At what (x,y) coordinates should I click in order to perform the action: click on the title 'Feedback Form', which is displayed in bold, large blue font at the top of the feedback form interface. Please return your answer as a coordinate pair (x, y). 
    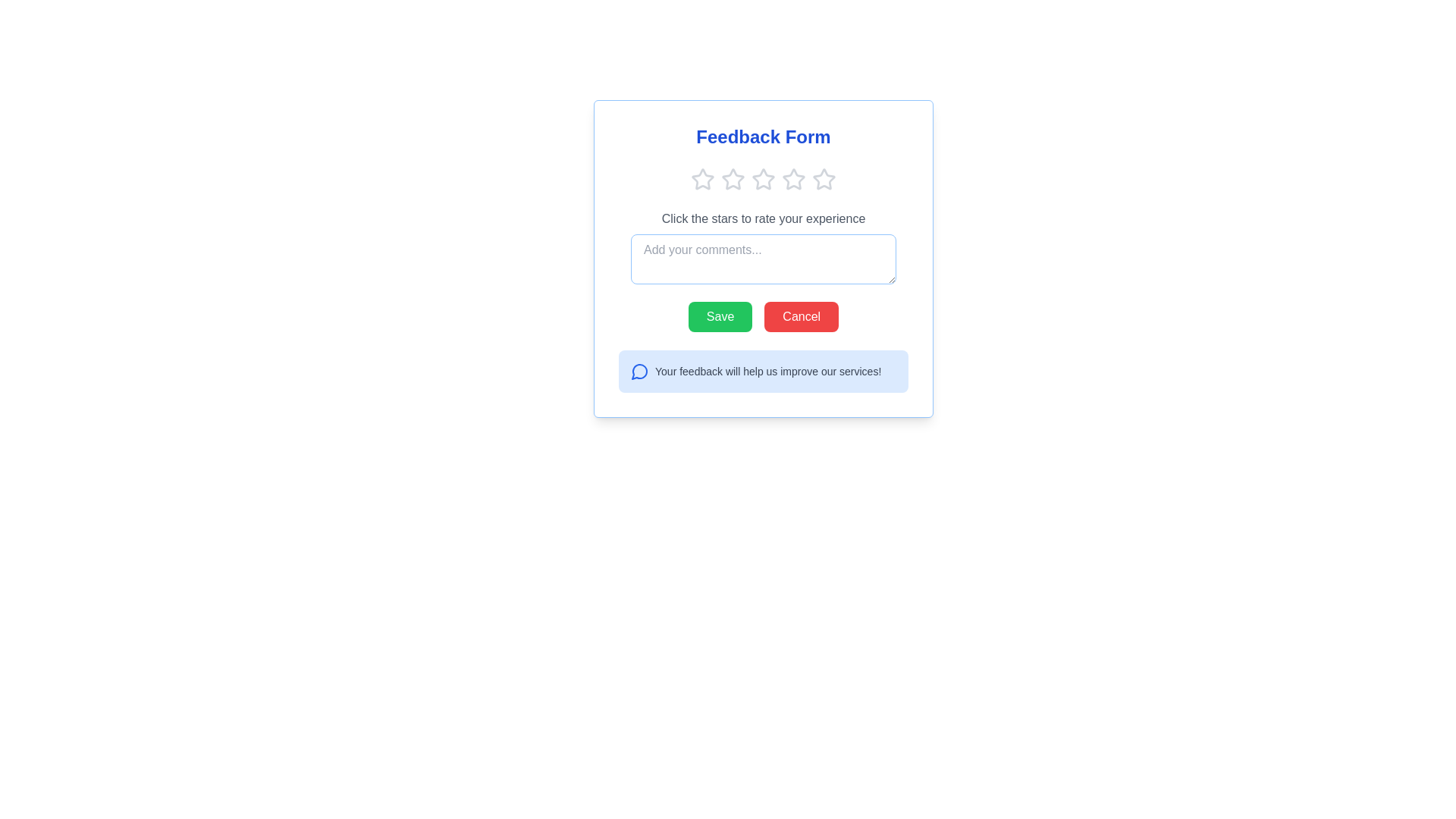
    Looking at the image, I should click on (764, 137).